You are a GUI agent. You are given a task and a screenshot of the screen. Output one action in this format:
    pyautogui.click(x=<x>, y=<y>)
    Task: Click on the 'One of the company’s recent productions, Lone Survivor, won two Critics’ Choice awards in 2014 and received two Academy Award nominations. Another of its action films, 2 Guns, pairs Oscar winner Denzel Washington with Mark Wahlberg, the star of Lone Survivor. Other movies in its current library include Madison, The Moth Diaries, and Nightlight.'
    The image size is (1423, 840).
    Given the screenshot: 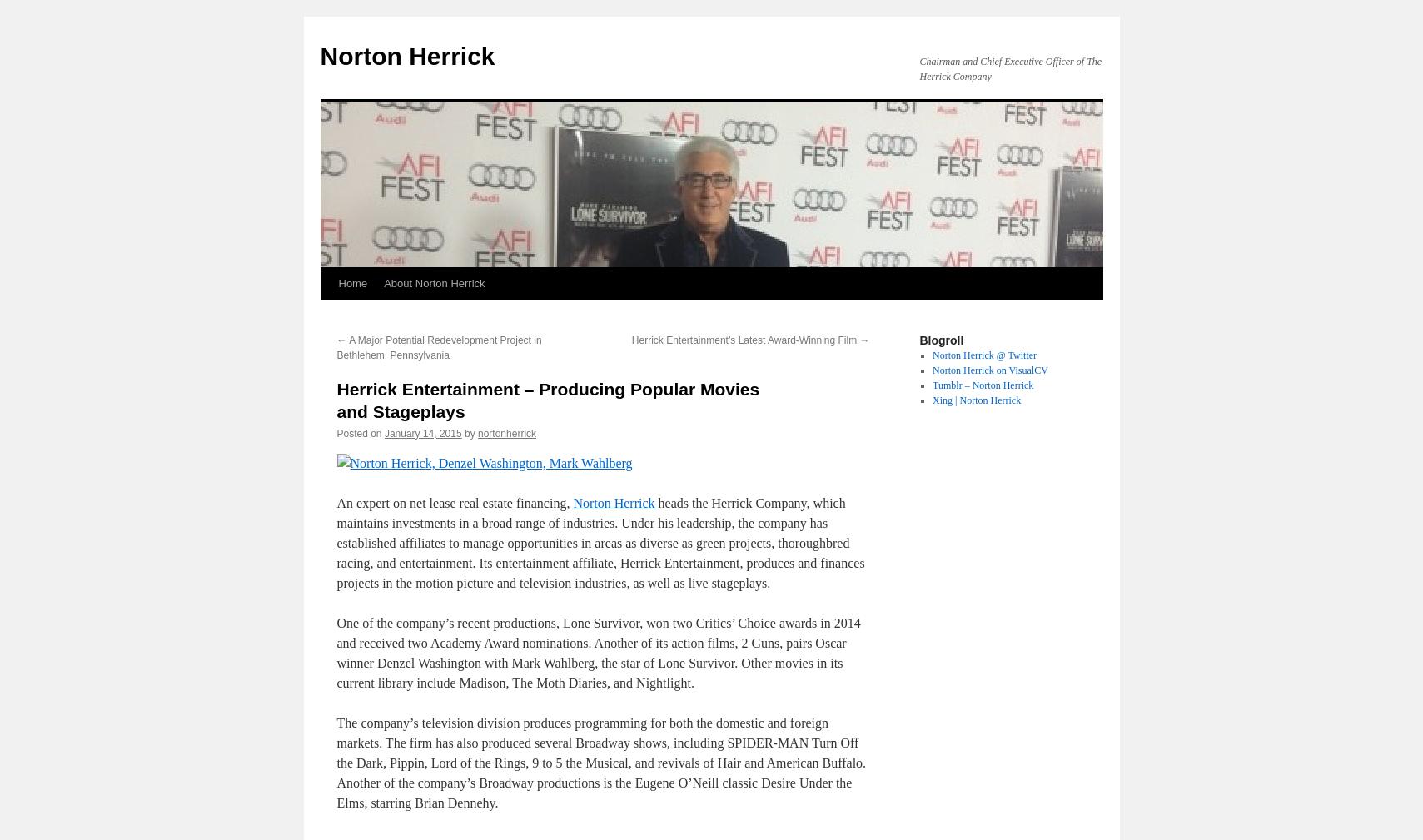 What is the action you would take?
    pyautogui.click(x=597, y=652)
    